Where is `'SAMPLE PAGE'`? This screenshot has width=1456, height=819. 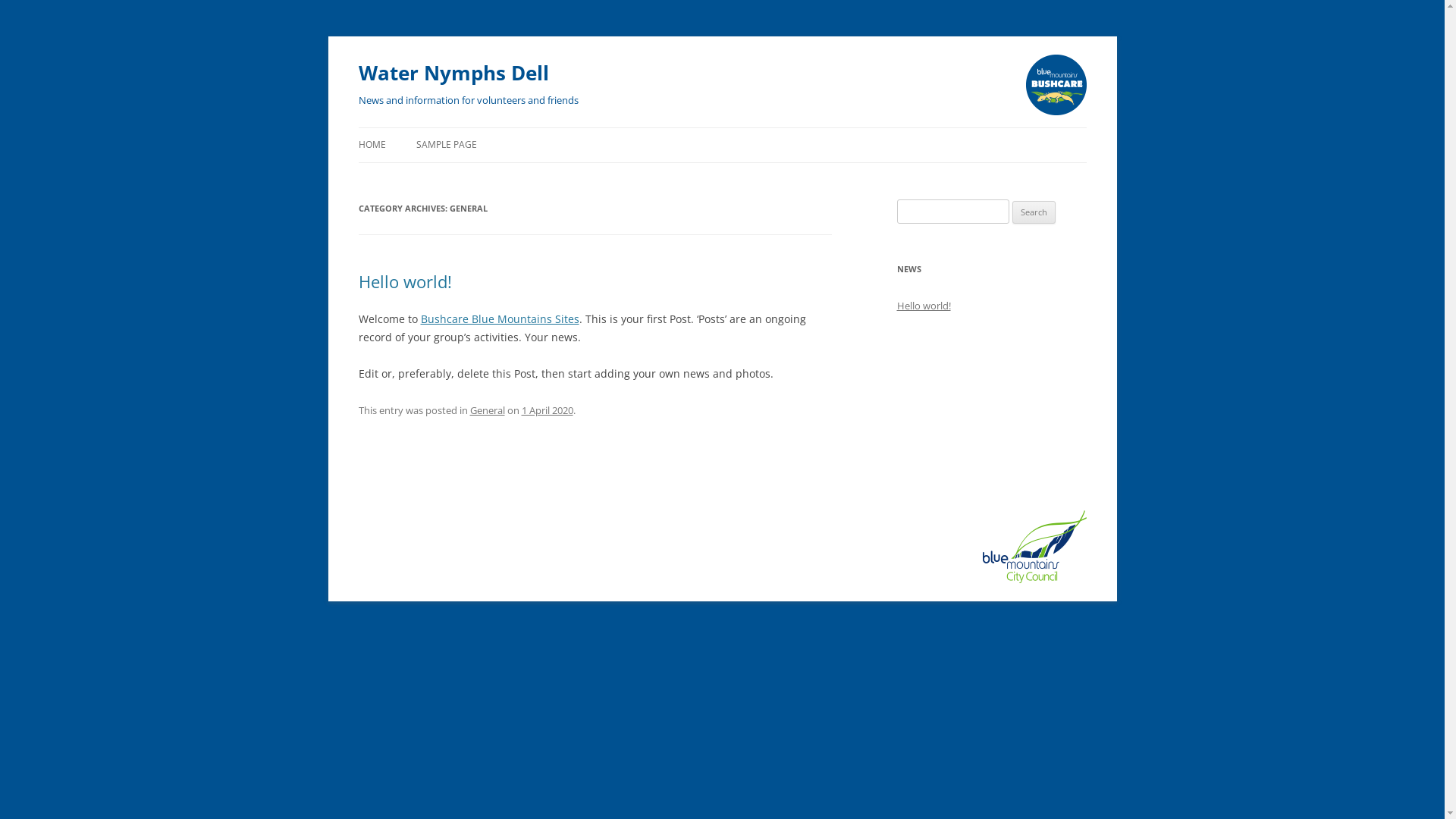
'SAMPLE PAGE' is located at coordinates (445, 145).